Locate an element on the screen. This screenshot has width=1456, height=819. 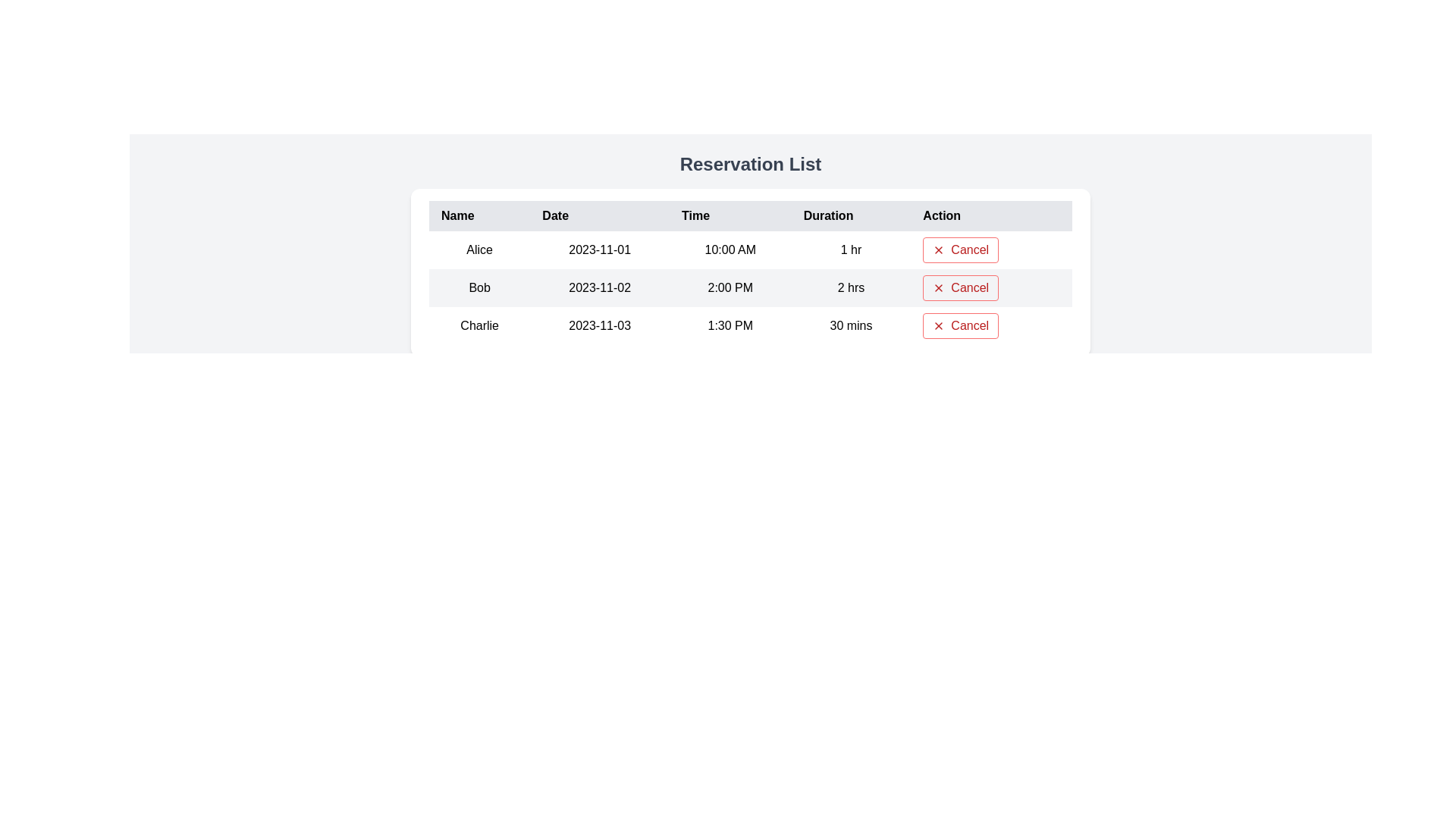
on the small red 'X' icon inside the second row's 'Cancel' button in the 'Action' column of the table, which is located next is located at coordinates (938, 288).